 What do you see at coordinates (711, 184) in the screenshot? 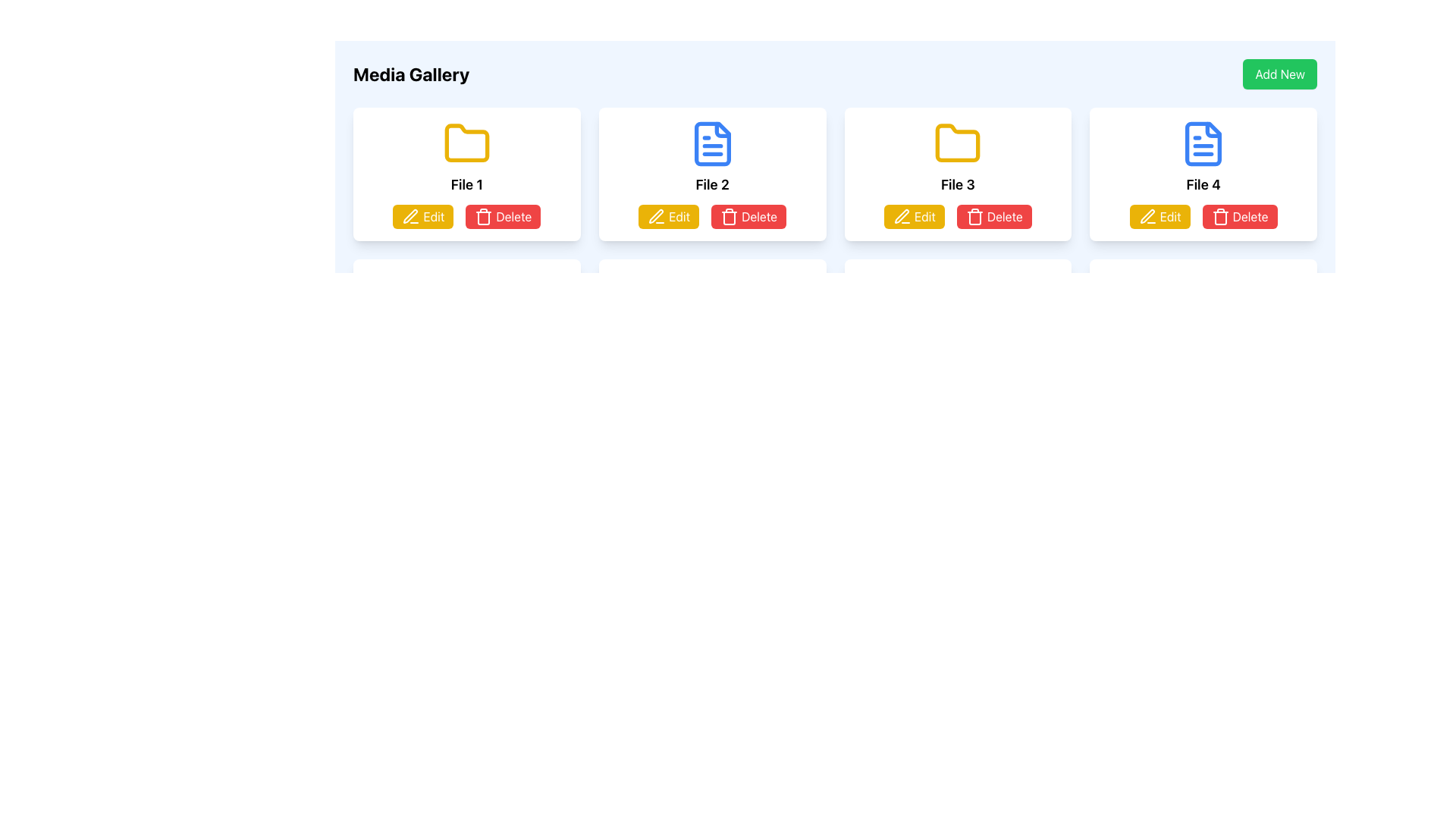
I see `the text label that identifies the associated file representation, located in the second box of the grid, below the blue document icon and above the 'Edit' and 'Delete' buttons` at bounding box center [711, 184].